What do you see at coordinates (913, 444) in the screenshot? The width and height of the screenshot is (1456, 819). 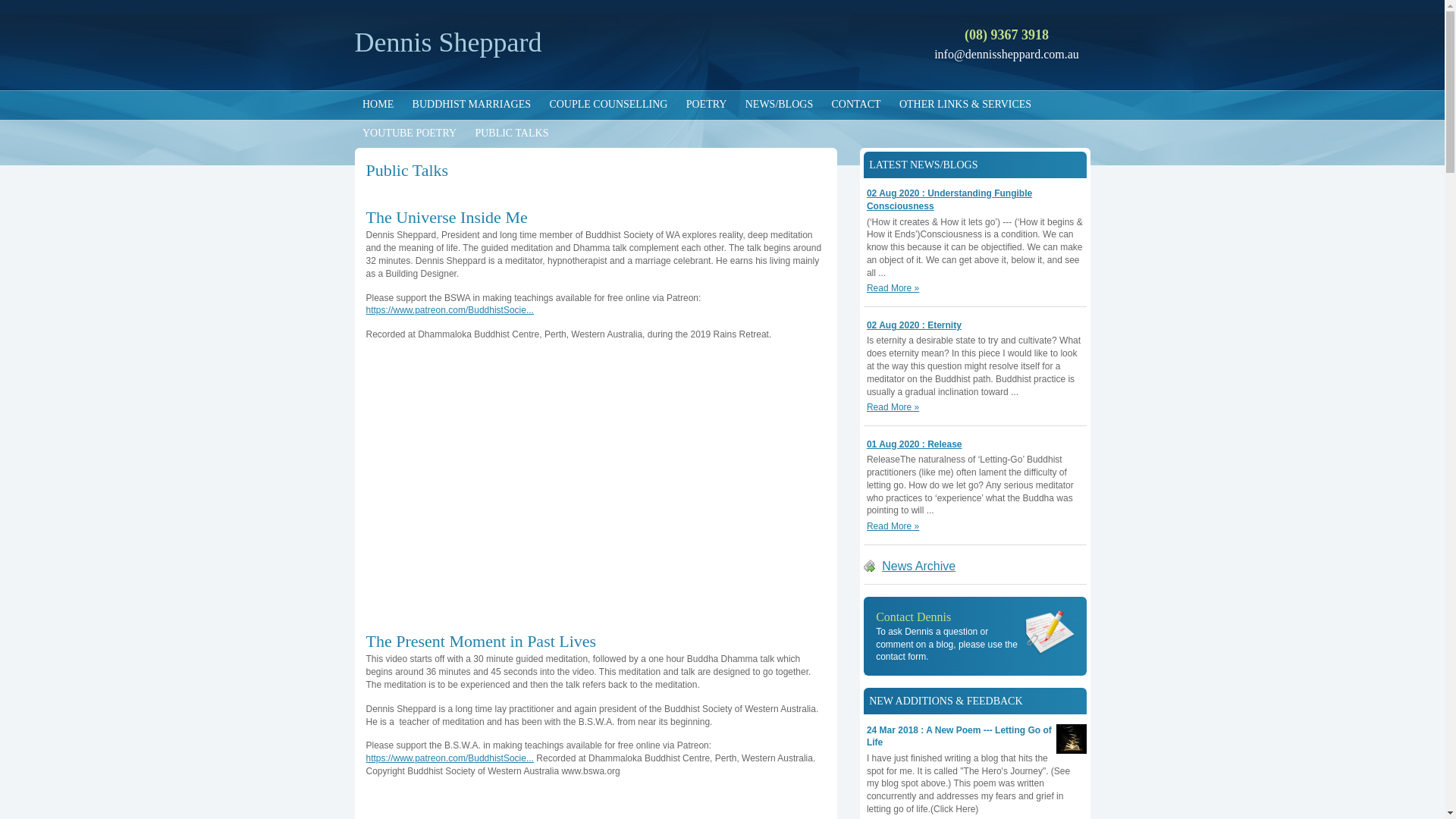 I see `'01 Aug 2020 : Release'` at bounding box center [913, 444].